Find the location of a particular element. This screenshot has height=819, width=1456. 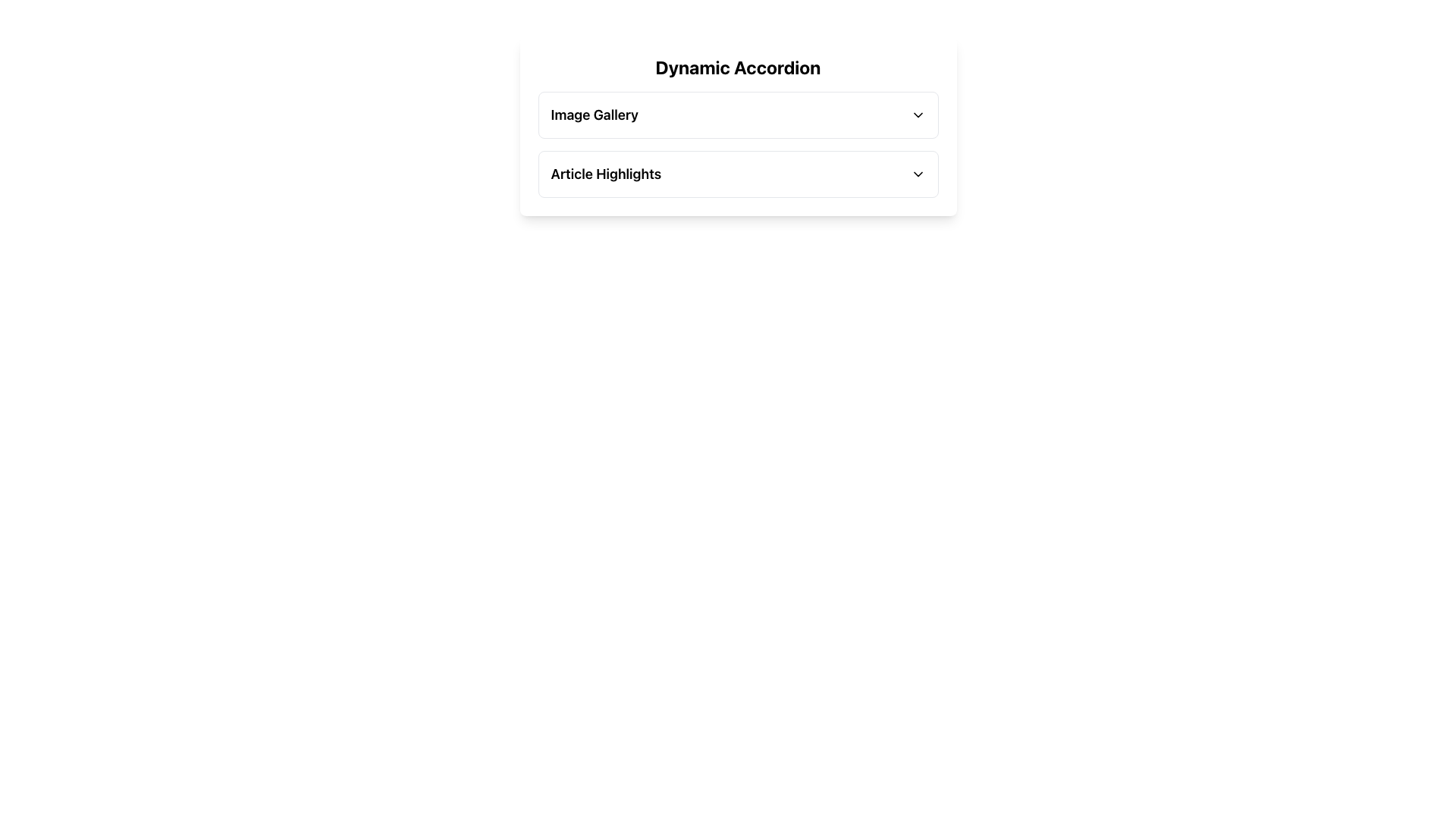

the downward-pointing chevron icon located at the far right of the 'Image Gallery' section is located at coordinates (917, 114).